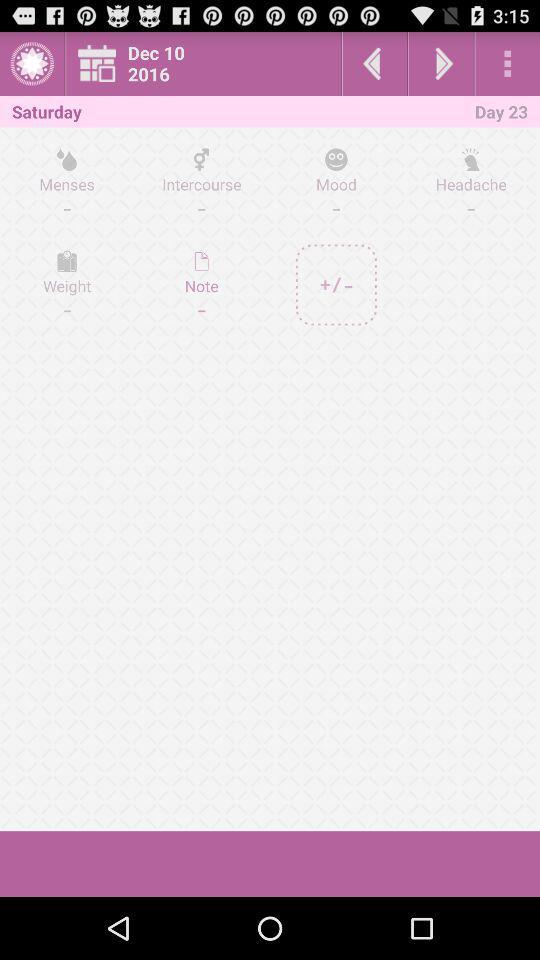 The image size is (540, 960). I want to click on icon to the left of intercourse, so click(67, 183).